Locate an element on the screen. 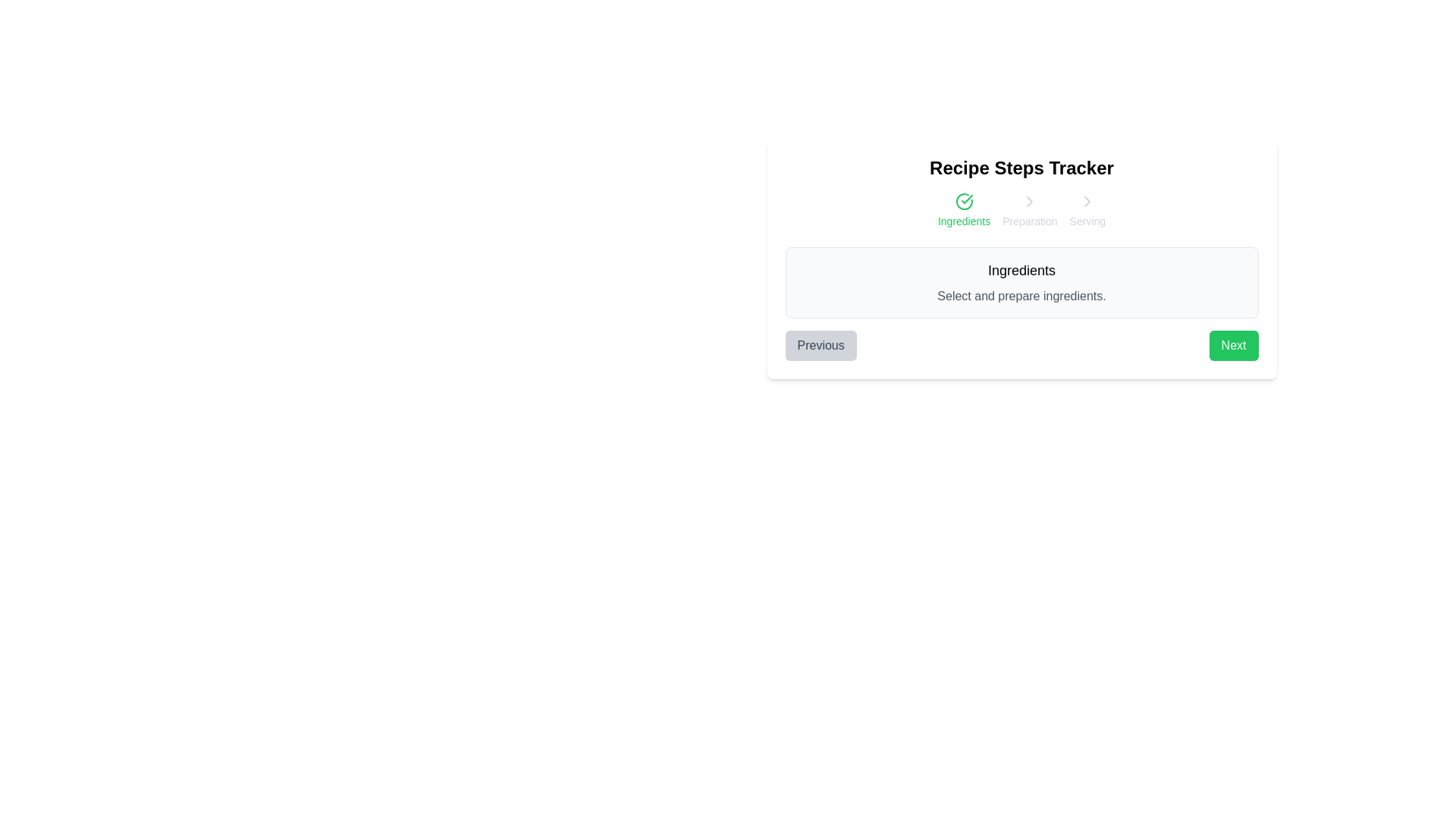  the static text header located at the top of the card layout, which serves as a title providing context to the user is located at coordinates (1021, 168).